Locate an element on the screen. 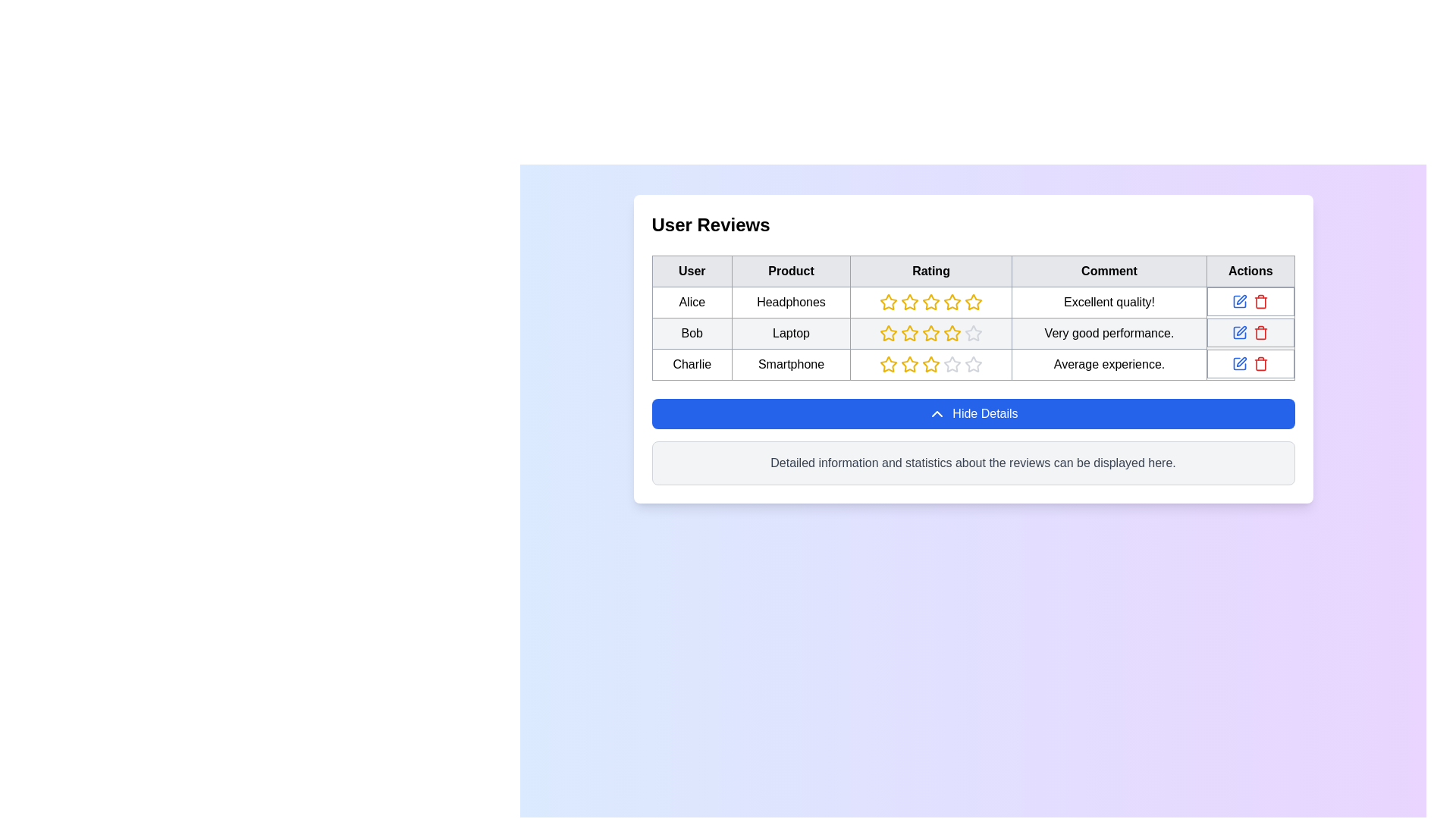 The width and height of the screenshot is (1456, 819). the edit button in the 'Actions' column of the first row of the user reviews table, which corresponds to the review with the comment 'Excellent quality!' is located at coordinates (1240, 301).